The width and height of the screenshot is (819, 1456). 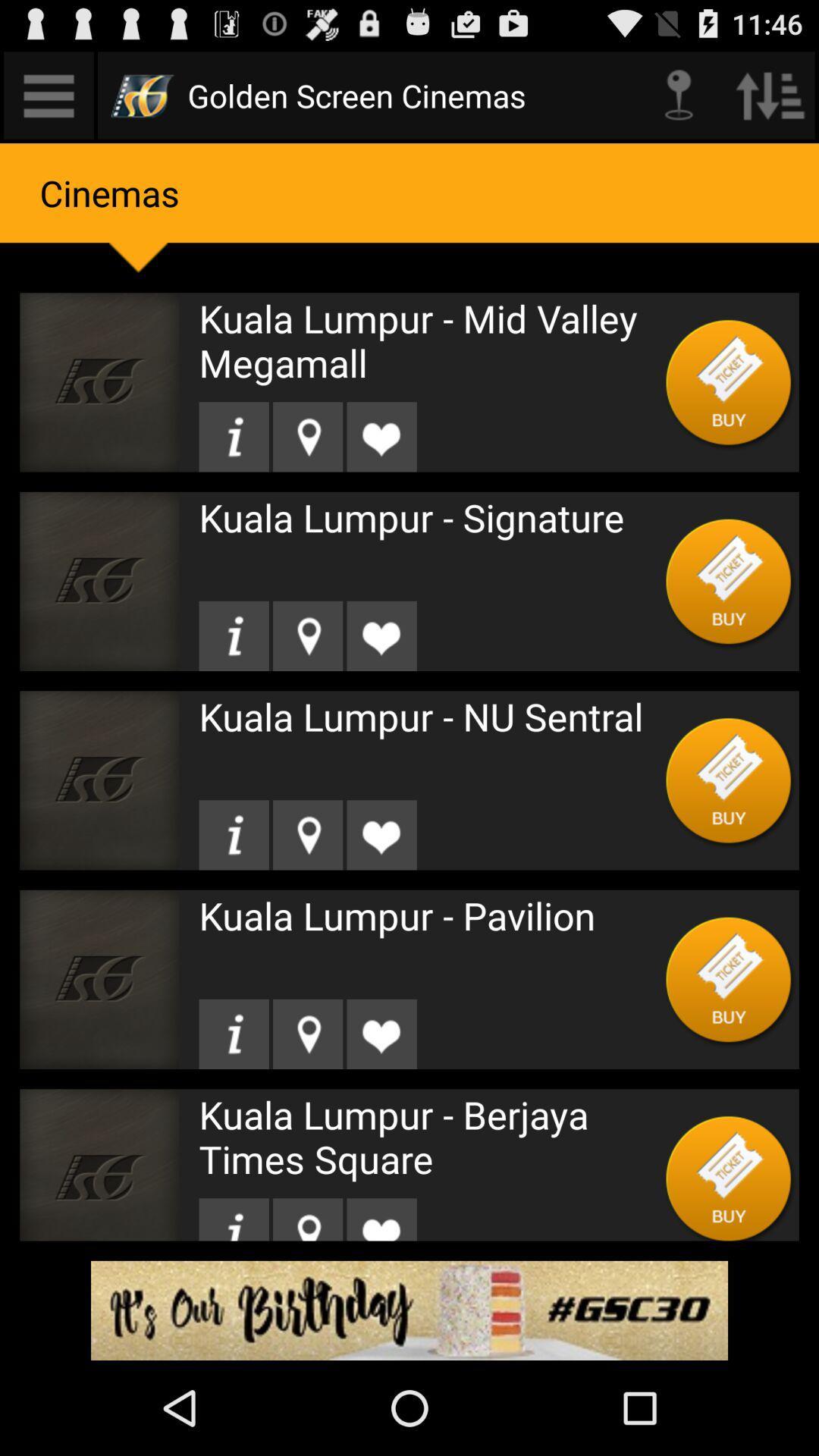 What do you see at coordinates (307, 436) in the screenshot?
I see `location button` at bounding box center [307, 436].